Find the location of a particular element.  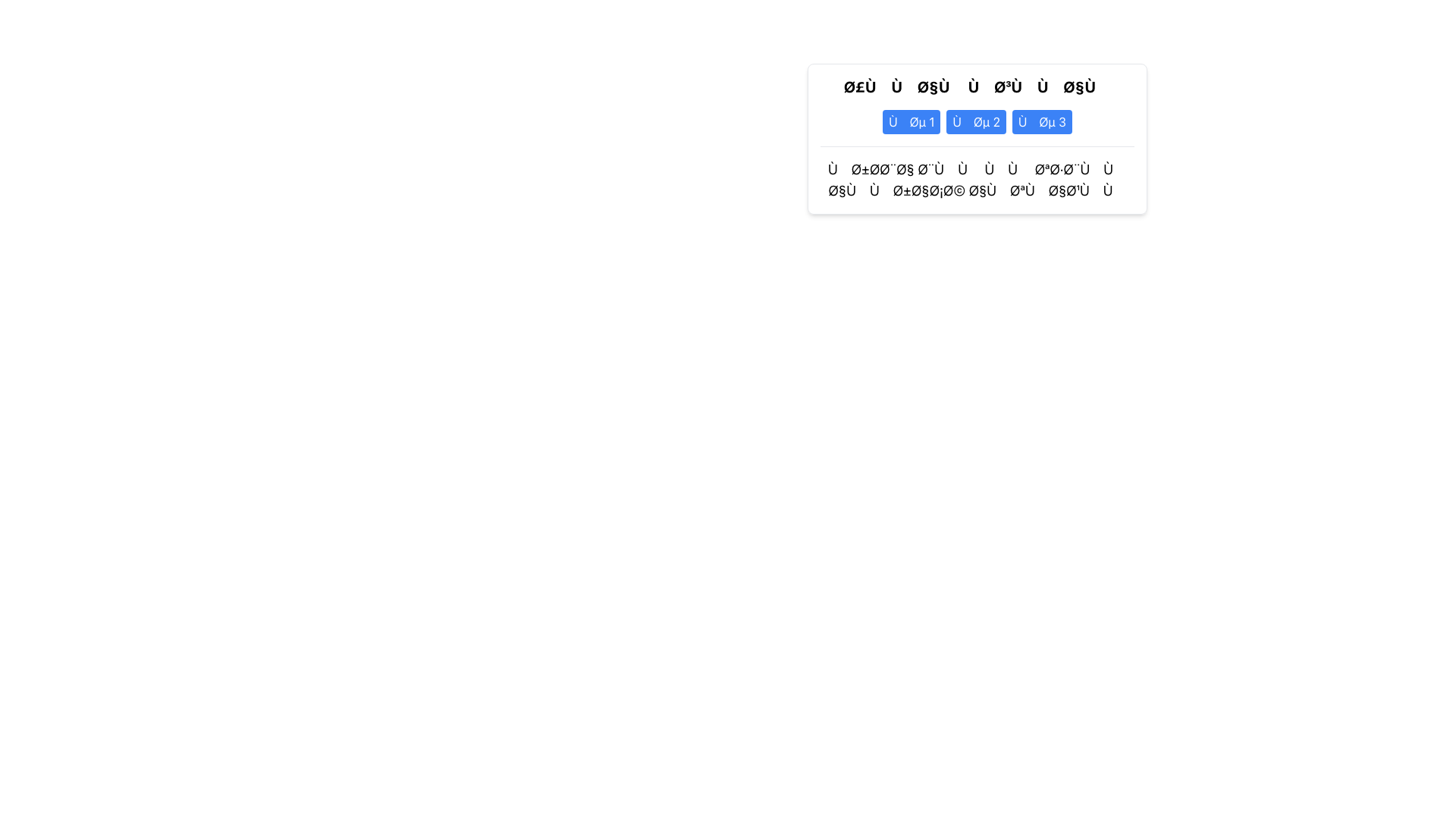

the first button labeled 'Ùنص 1', which is a blue rectangular button with white text, located slightly to the right of the center in the upper part of the interface is located at coordinates (911, 121).